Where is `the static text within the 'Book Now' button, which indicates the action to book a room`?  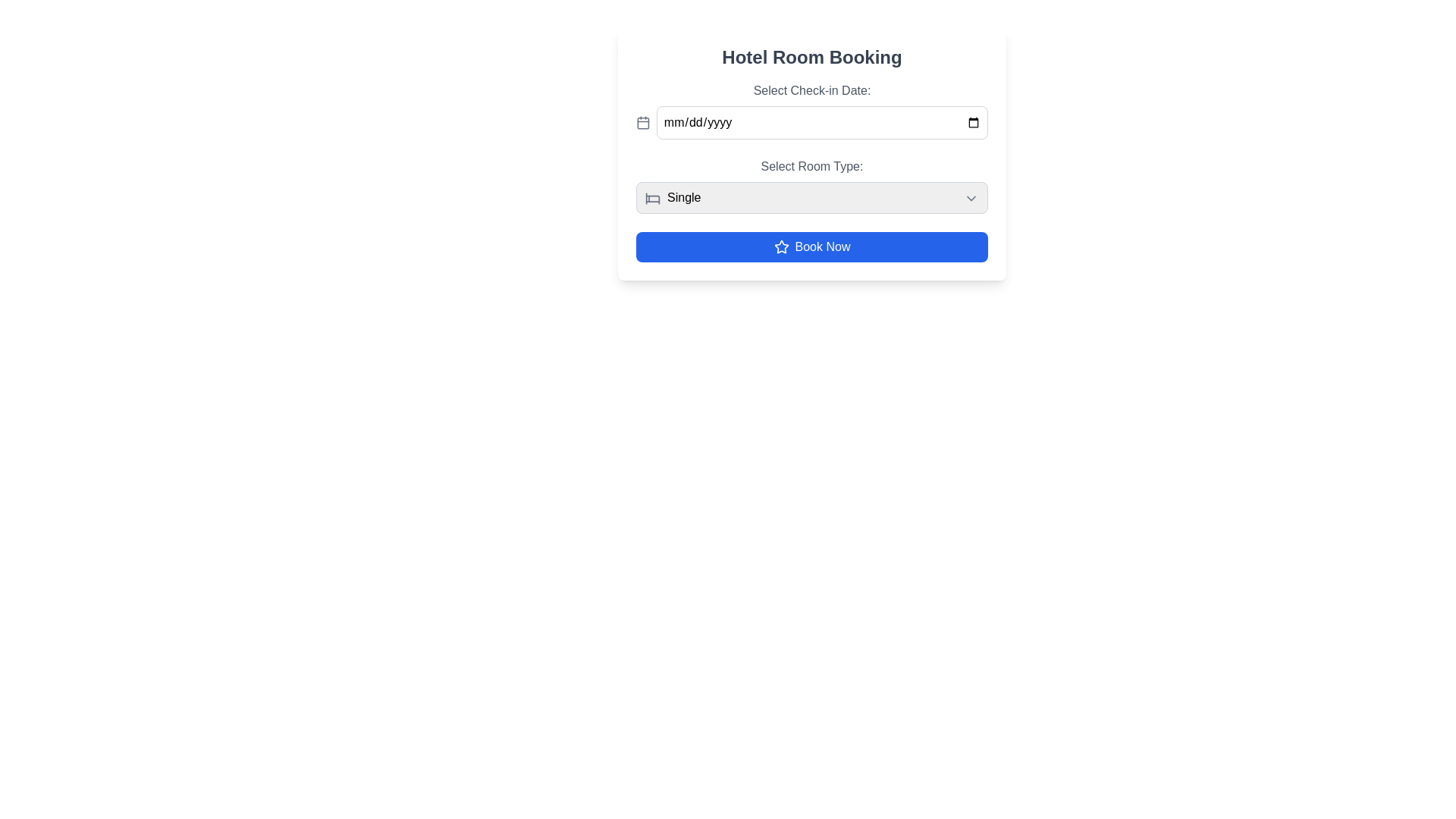 the static text within the 'Book Now' button, which indicates the action to book a room is located at coordinates (821, 246).